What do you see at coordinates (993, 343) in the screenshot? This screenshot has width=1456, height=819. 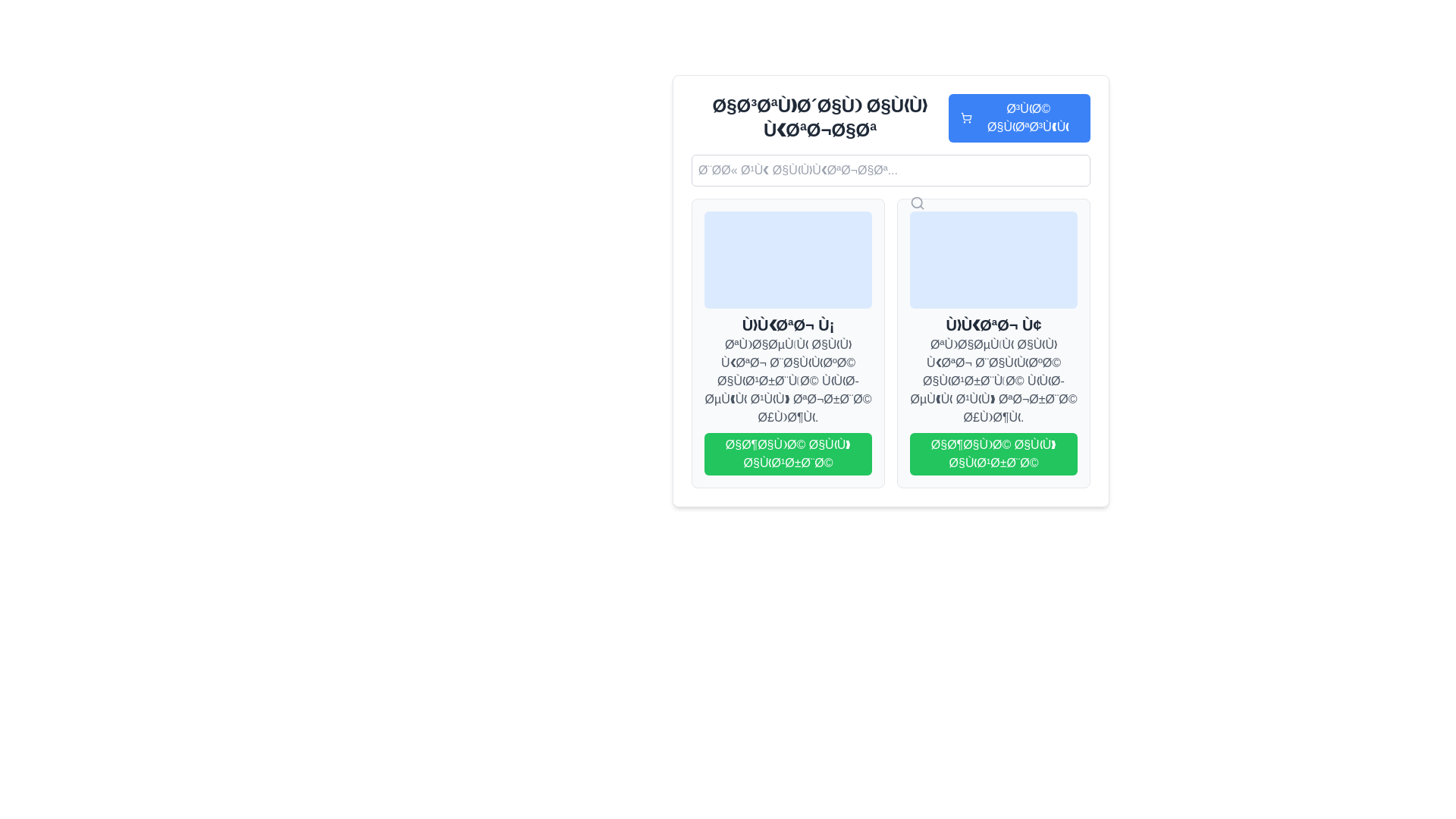 I see `the product card located in the top-right corner of the grid layout` at bounding box center [993, 343].